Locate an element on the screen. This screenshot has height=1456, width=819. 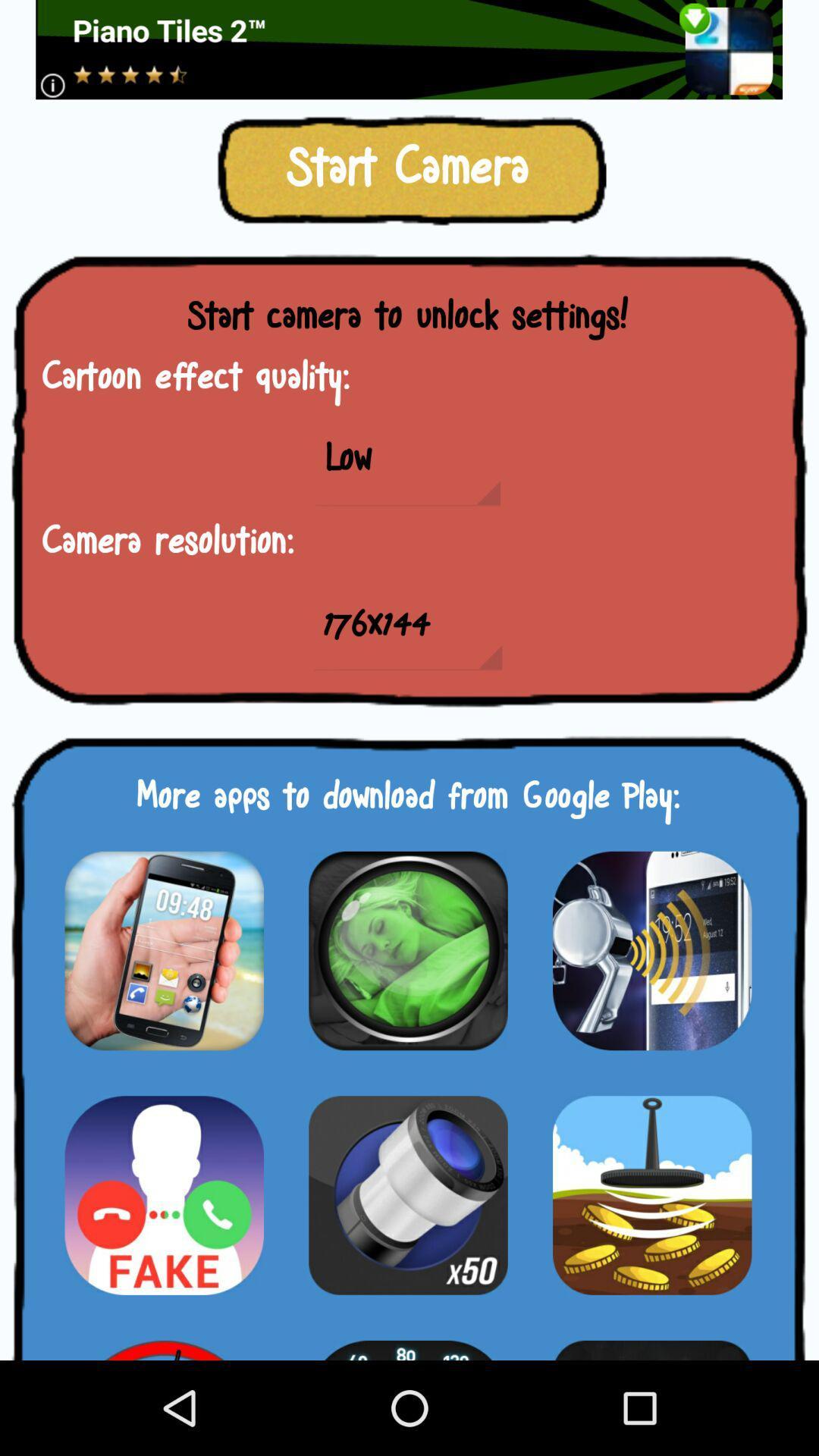
for image is located at coordinates (164, 949).